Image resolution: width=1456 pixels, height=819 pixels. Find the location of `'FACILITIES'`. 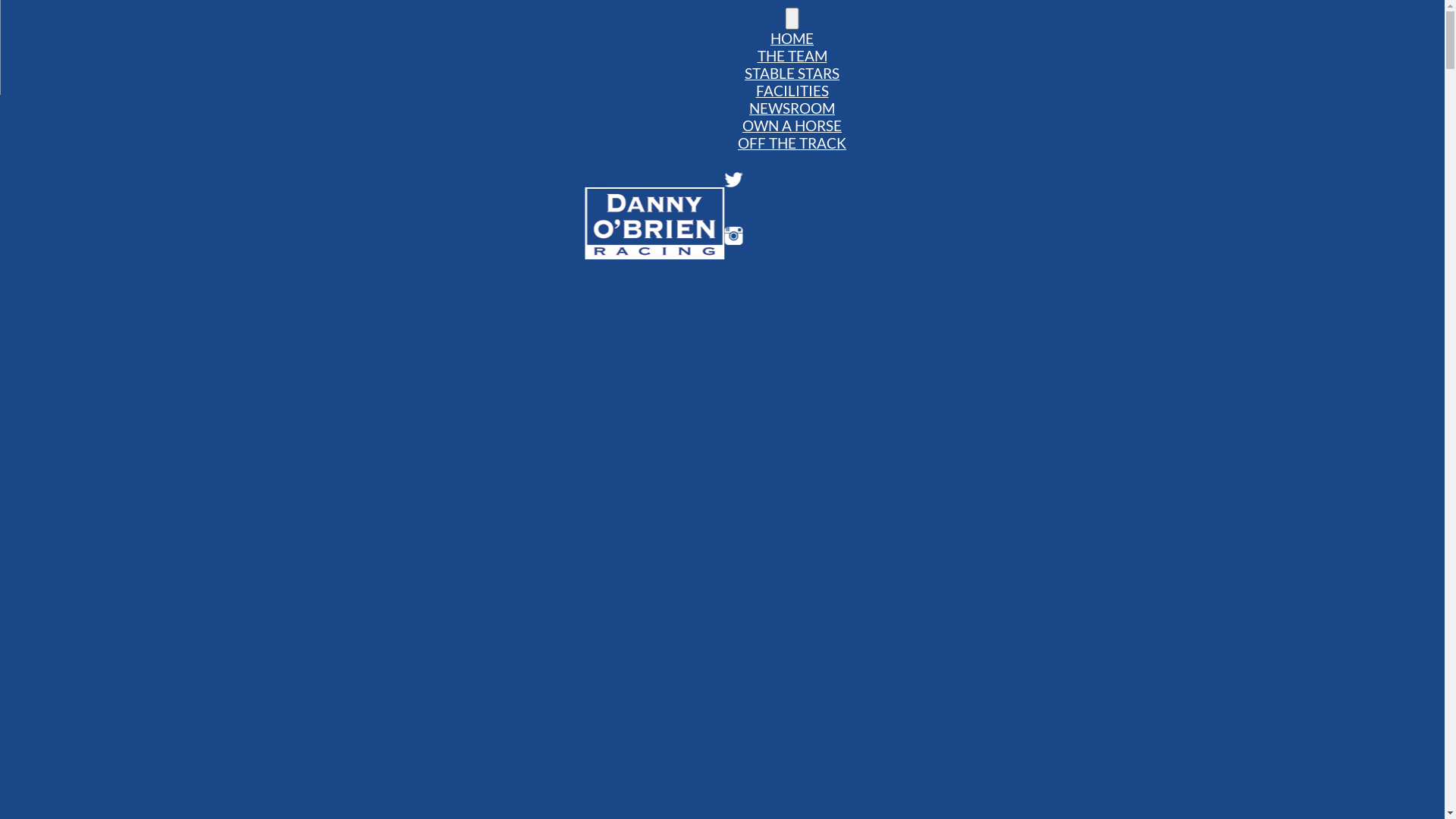

'FACILITIES' is located at coordinates (790, 90).